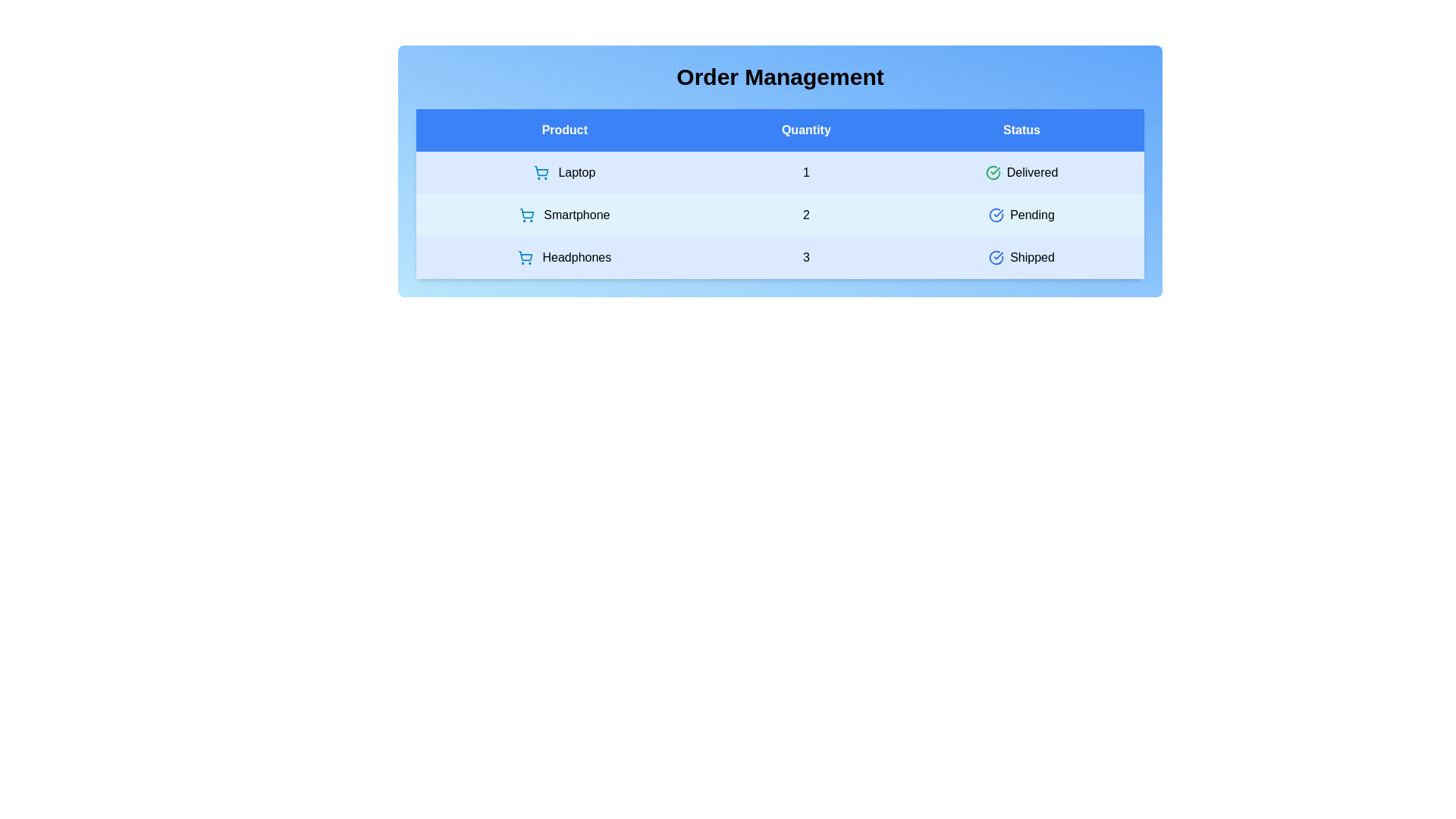 This screenshot has height=819, width=1456. What do you see at coordinates (996, 215) in the screenshot?
I see `the status icon for the product Smartphone to view its details` at bounding box center [996, 215].